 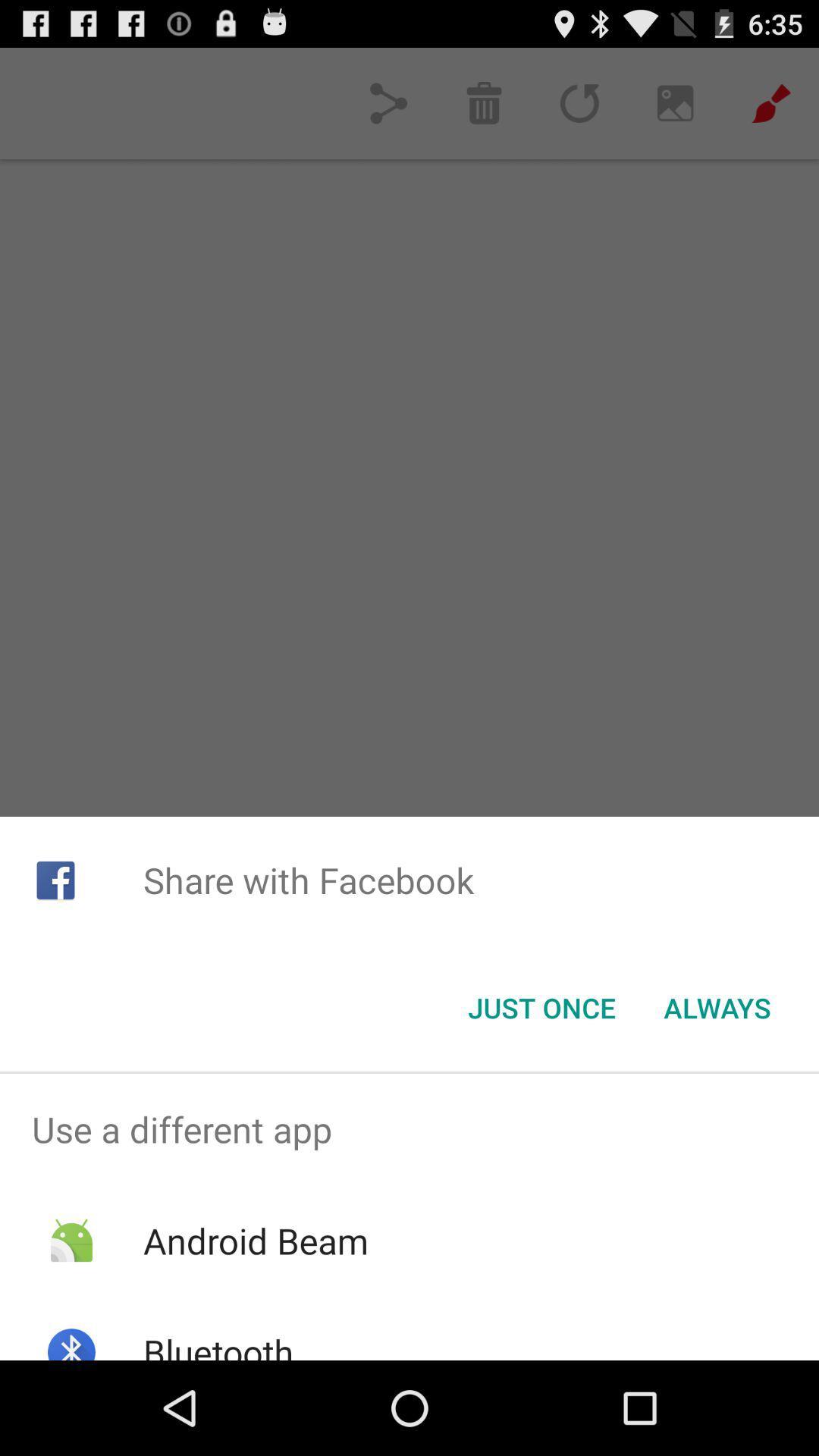 I want to click on the item below android beam app, so click(x=218, y=1344).